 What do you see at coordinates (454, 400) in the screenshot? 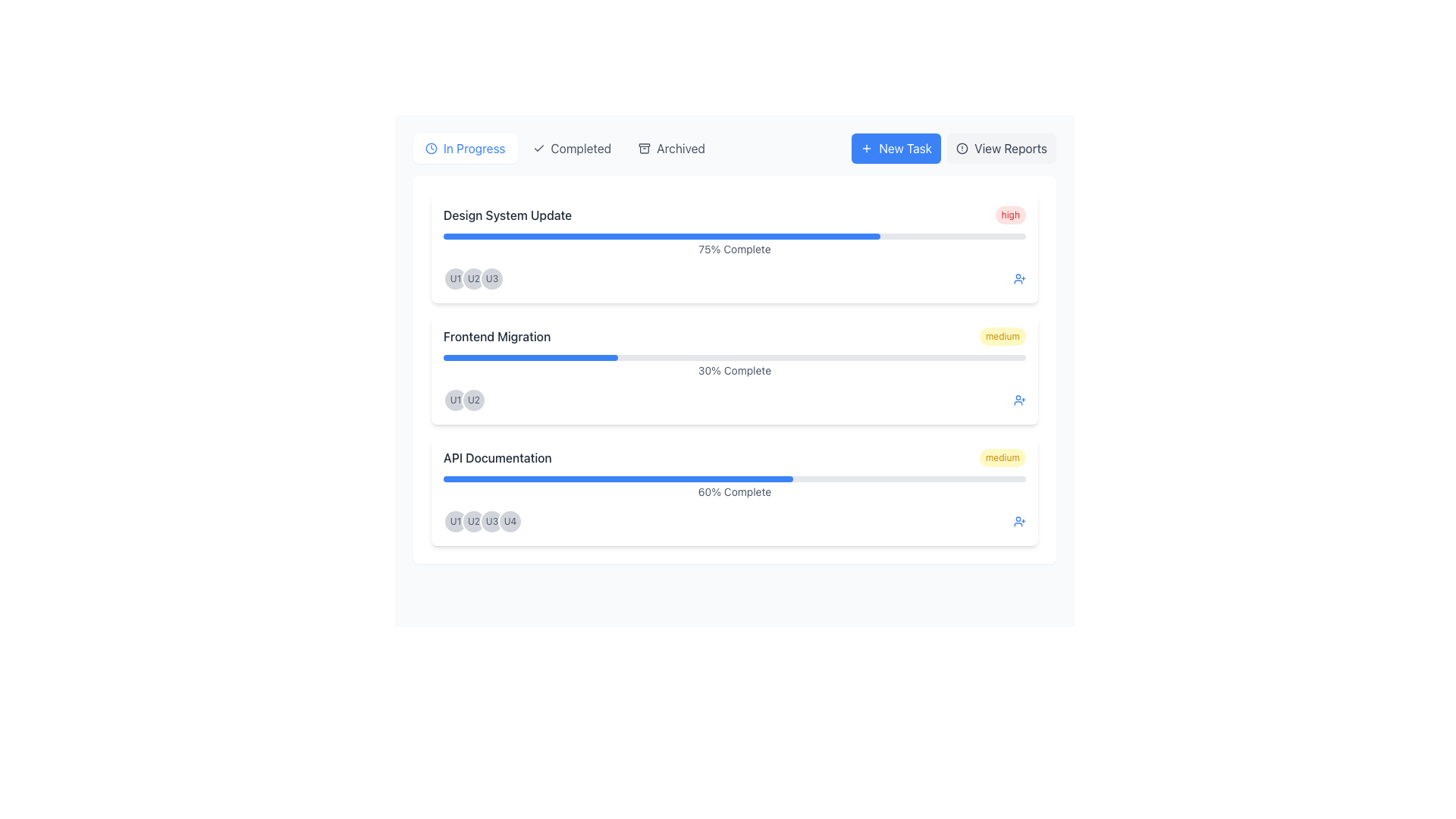
I see `the circular button-like element displaying the text 'U1', which is styled with a small font size and light gray color, located in the lower section of the 'Design System Update' task segment` at bounding box center [454, 400].